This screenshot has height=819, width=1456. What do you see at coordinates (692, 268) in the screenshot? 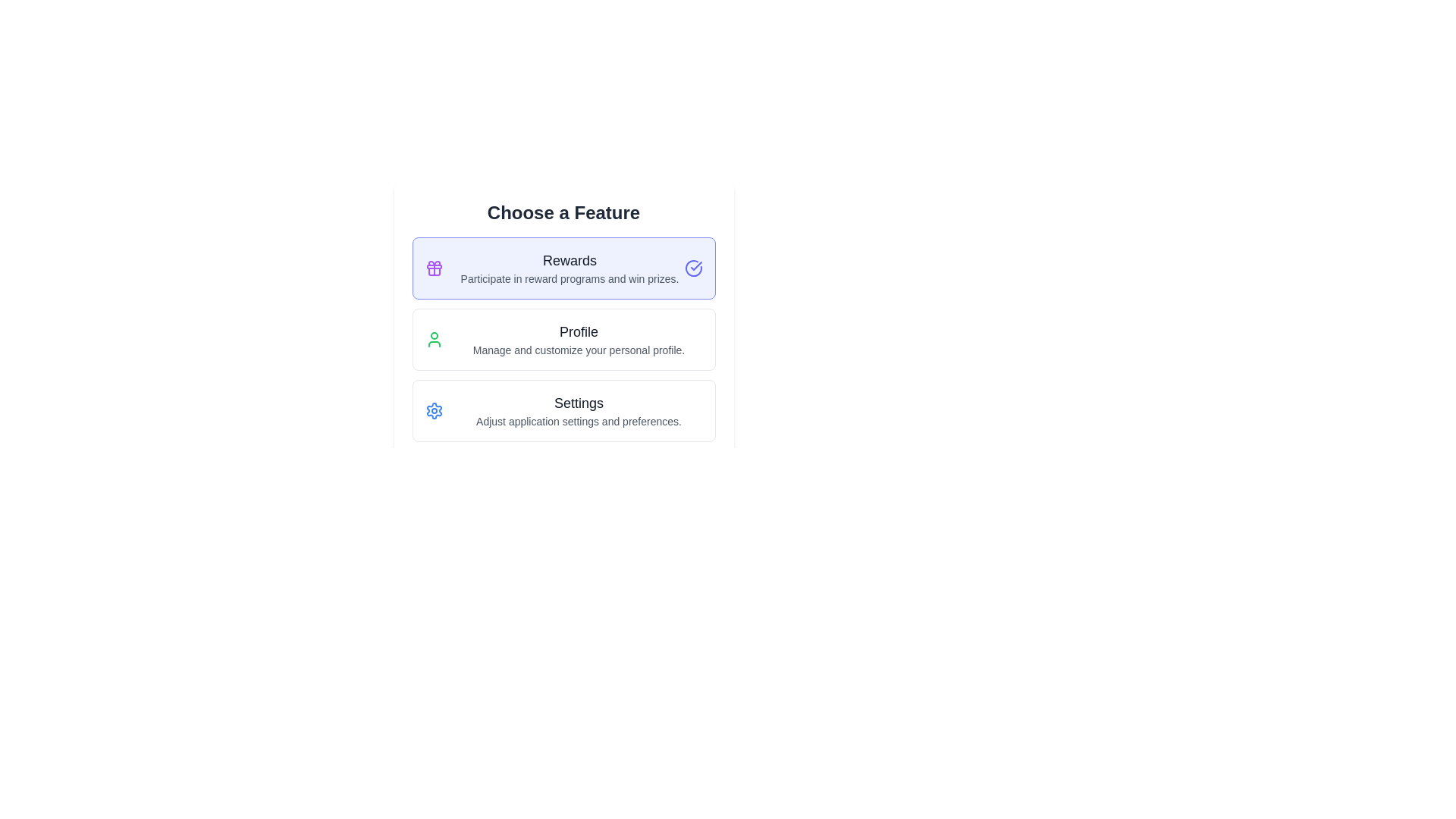
I see `the checkmark icon contained in the upper-right corner of the 'Rewards' card to indicate a finished or confirmed status` at bounding box center [692, 268].